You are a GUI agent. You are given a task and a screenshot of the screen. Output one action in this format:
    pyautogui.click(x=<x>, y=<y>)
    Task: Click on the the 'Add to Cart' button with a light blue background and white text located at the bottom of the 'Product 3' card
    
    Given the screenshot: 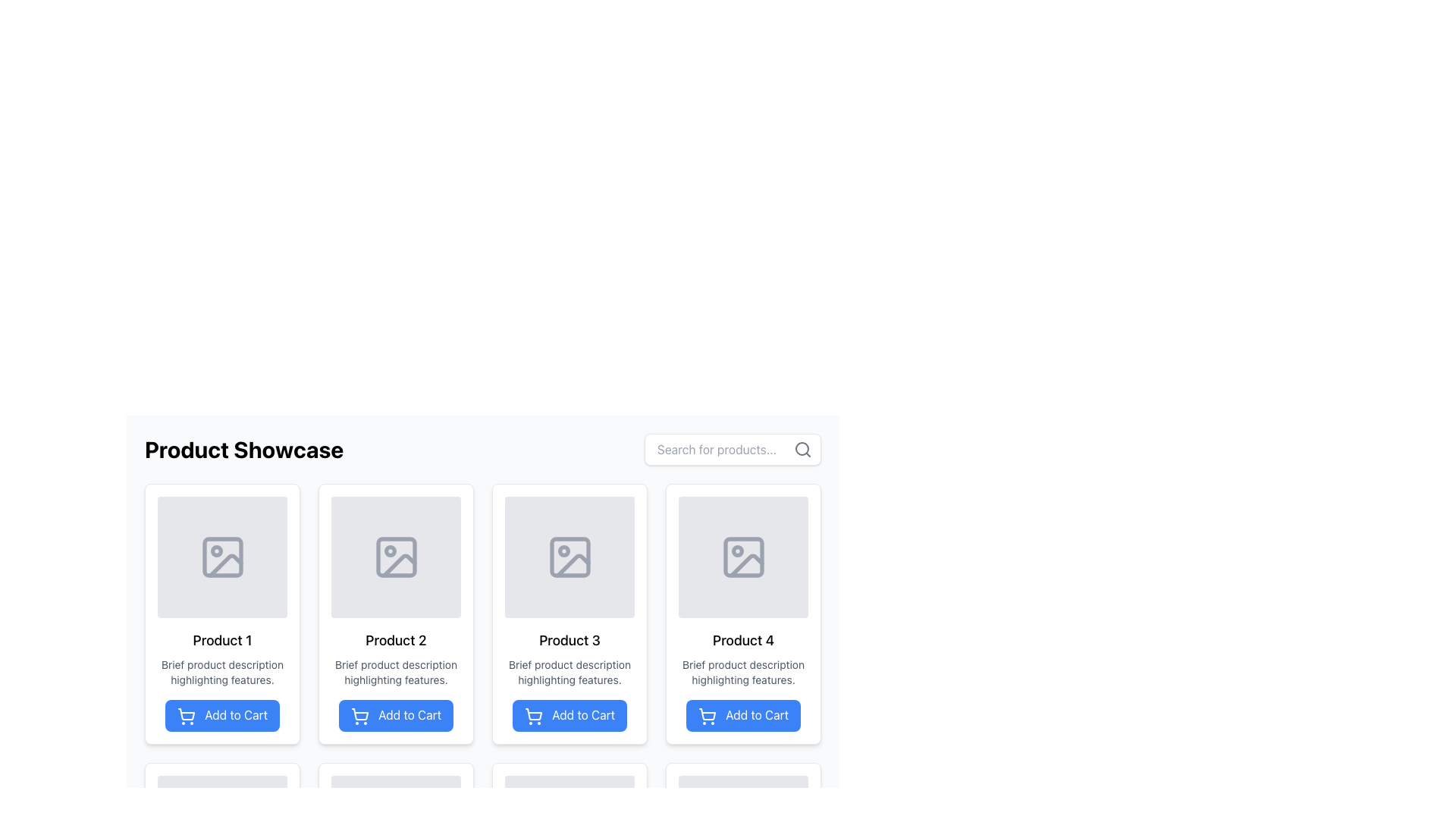 What is the action you would take?
    pyautogui.click(x=569, y=715)
    